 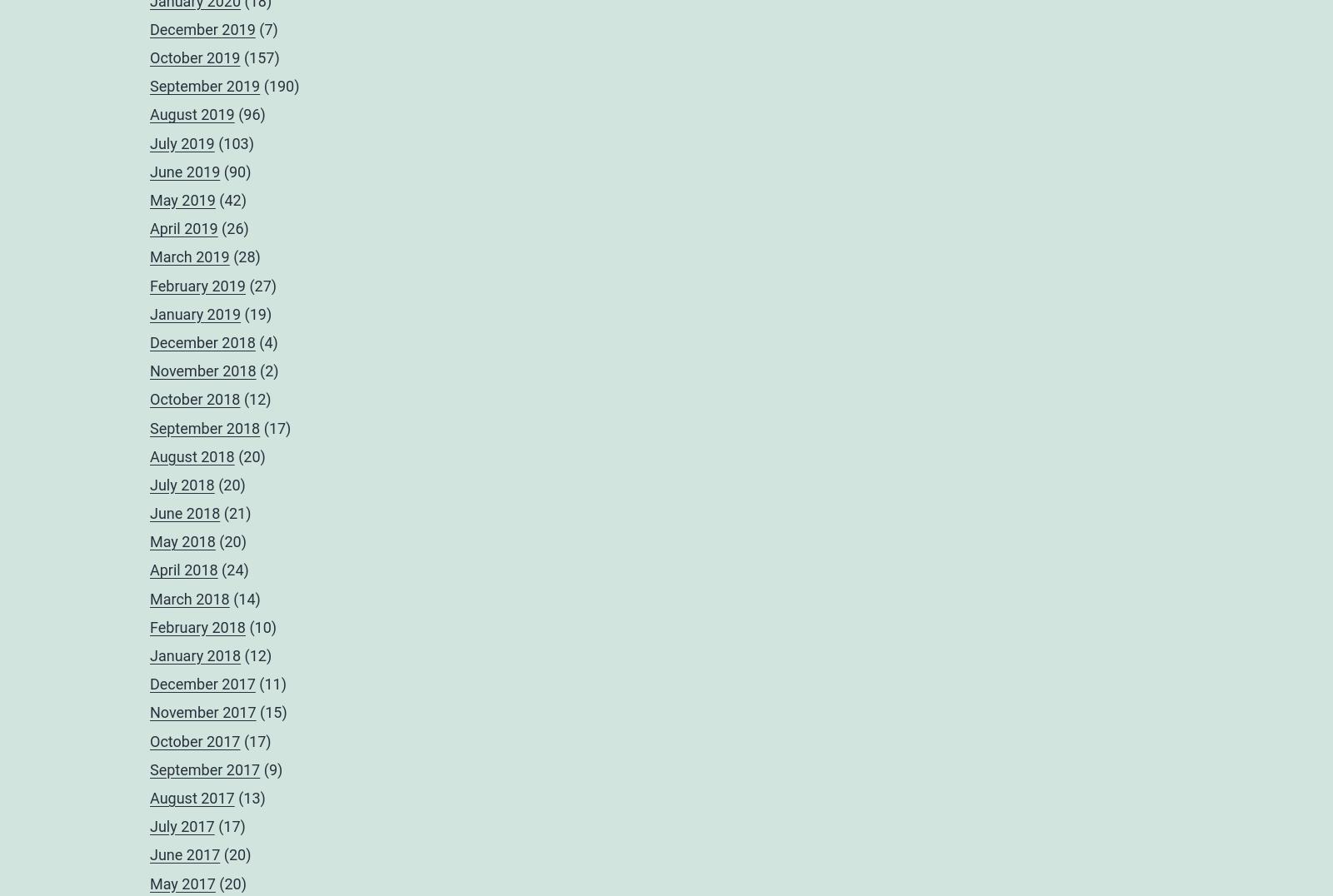 I want to click on '(4)', so click(x=266, y=341).